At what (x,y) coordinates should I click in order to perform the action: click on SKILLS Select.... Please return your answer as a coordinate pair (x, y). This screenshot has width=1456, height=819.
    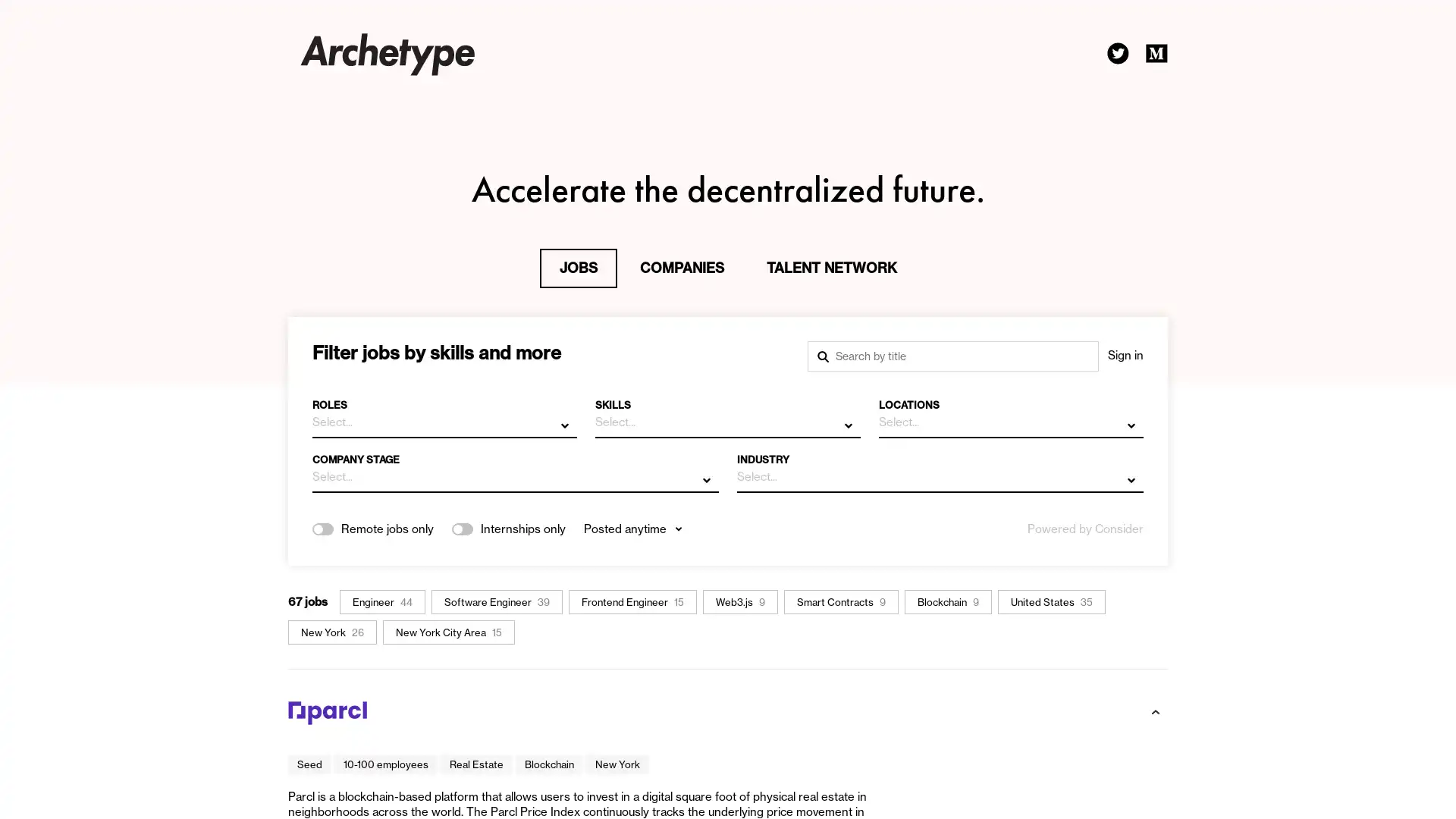
    Looking at the image, I should click on (726, 413).